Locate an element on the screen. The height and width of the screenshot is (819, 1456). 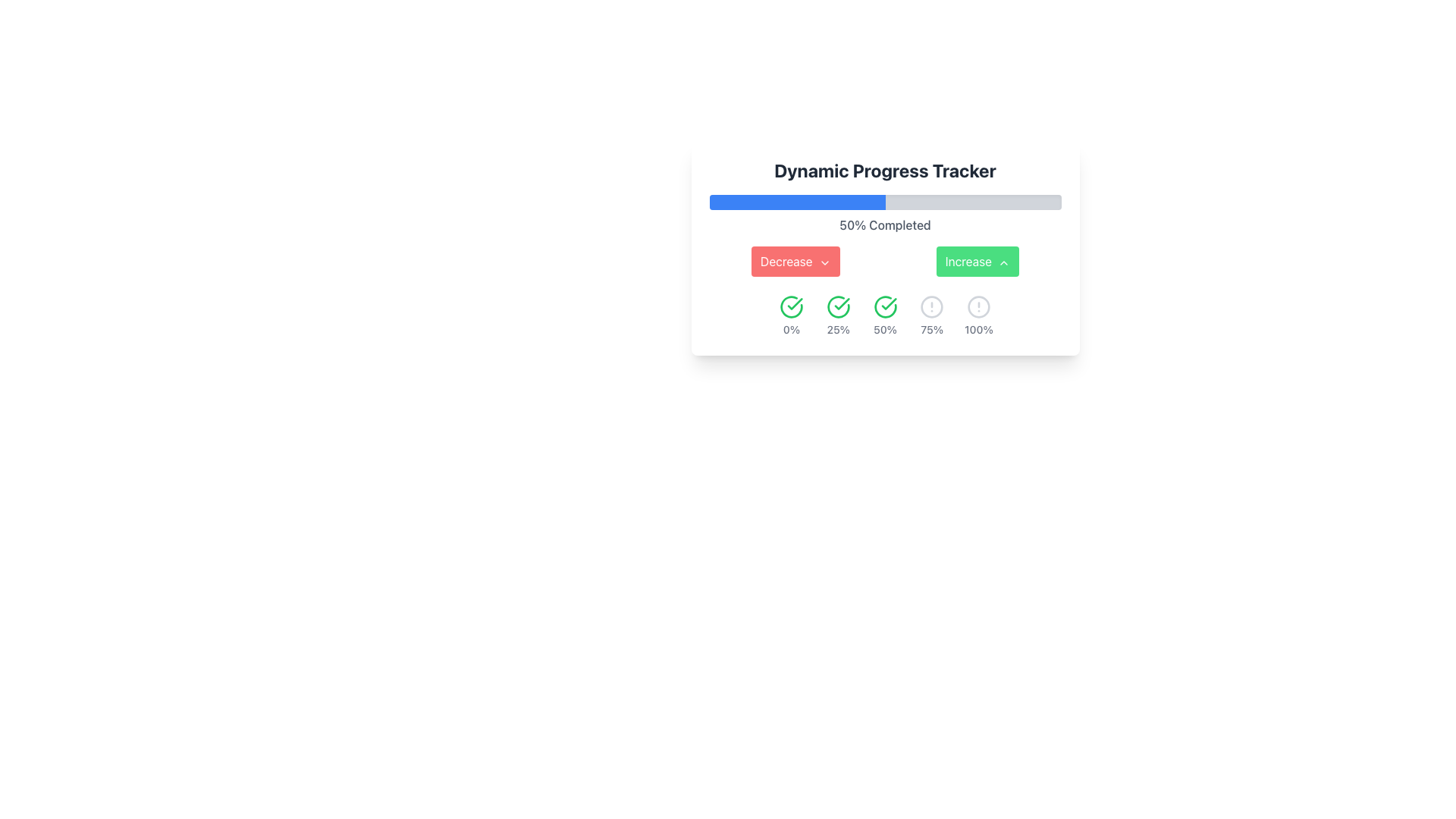
the circular icon indicator with an alert symbol (exclamation mark) inside, which is the fourth status marker in a row, labeled '75%' is located at coordinates (931, 307).